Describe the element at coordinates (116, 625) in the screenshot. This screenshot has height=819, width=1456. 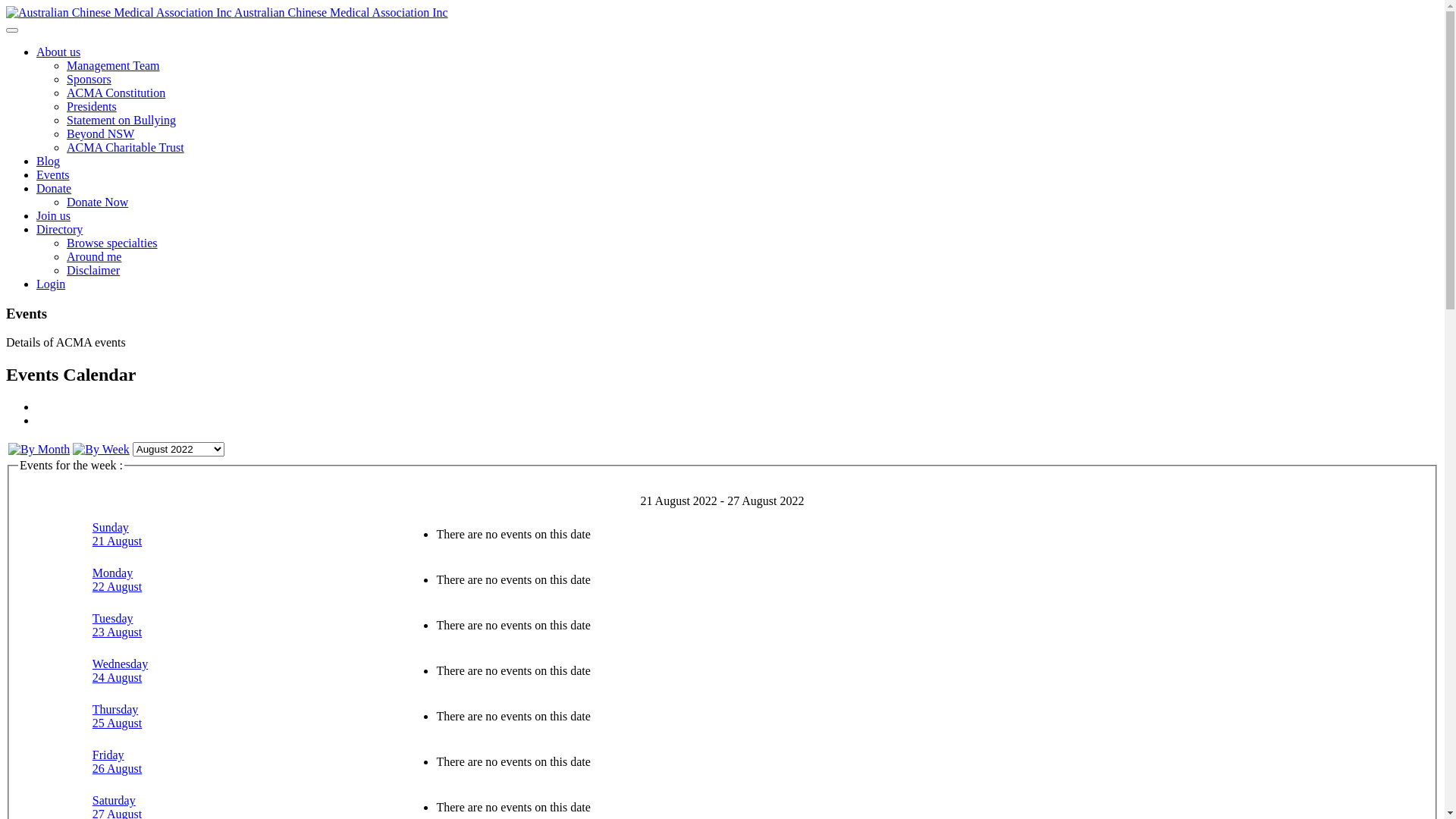
I see `'Tuesday` at that location.